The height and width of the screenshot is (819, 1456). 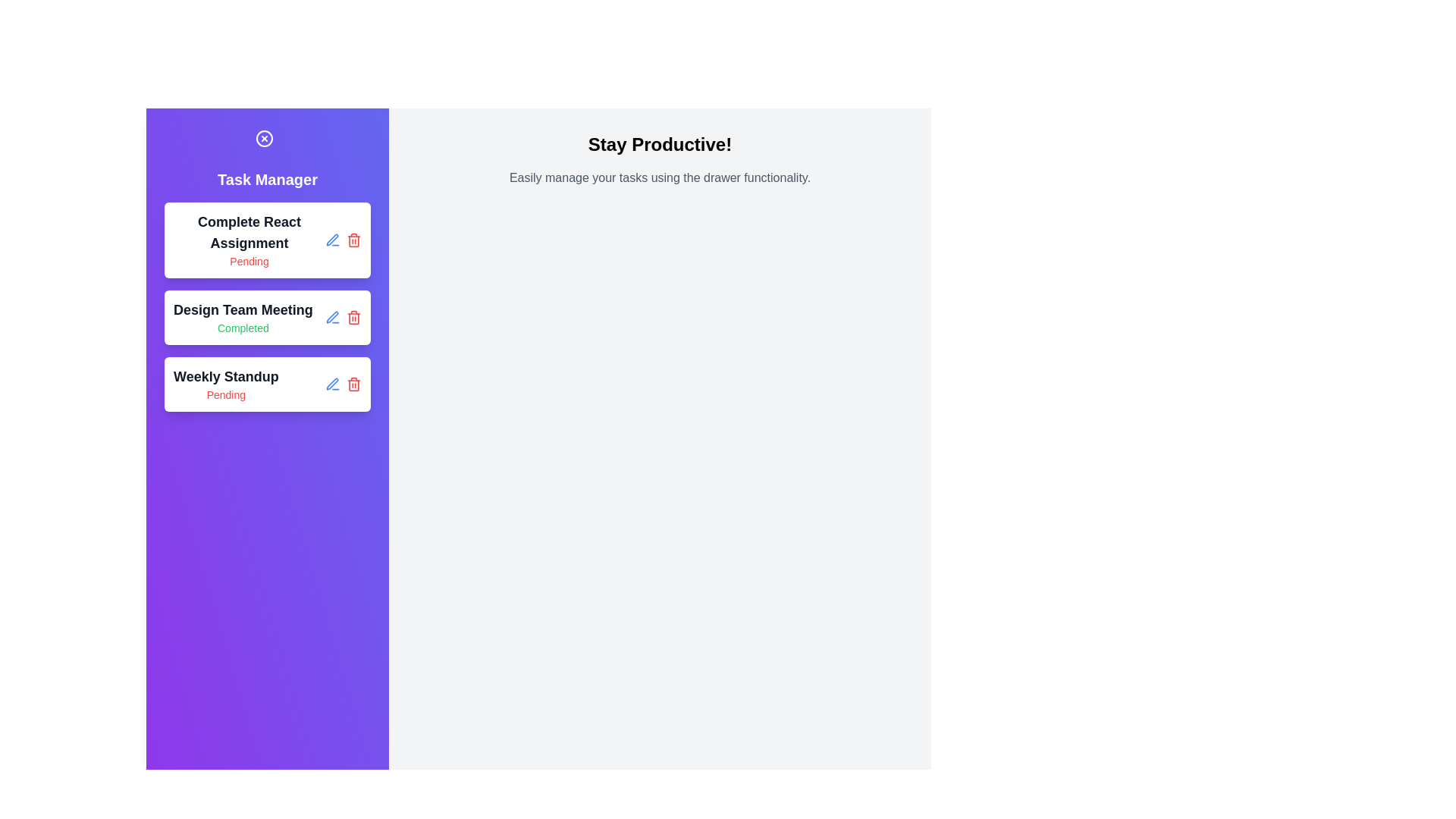 What do you see at coordinates (331, 317) in the screenshot?
I see `edit button for the task titled Design Team Meeting` at bounding box center [331, 317].